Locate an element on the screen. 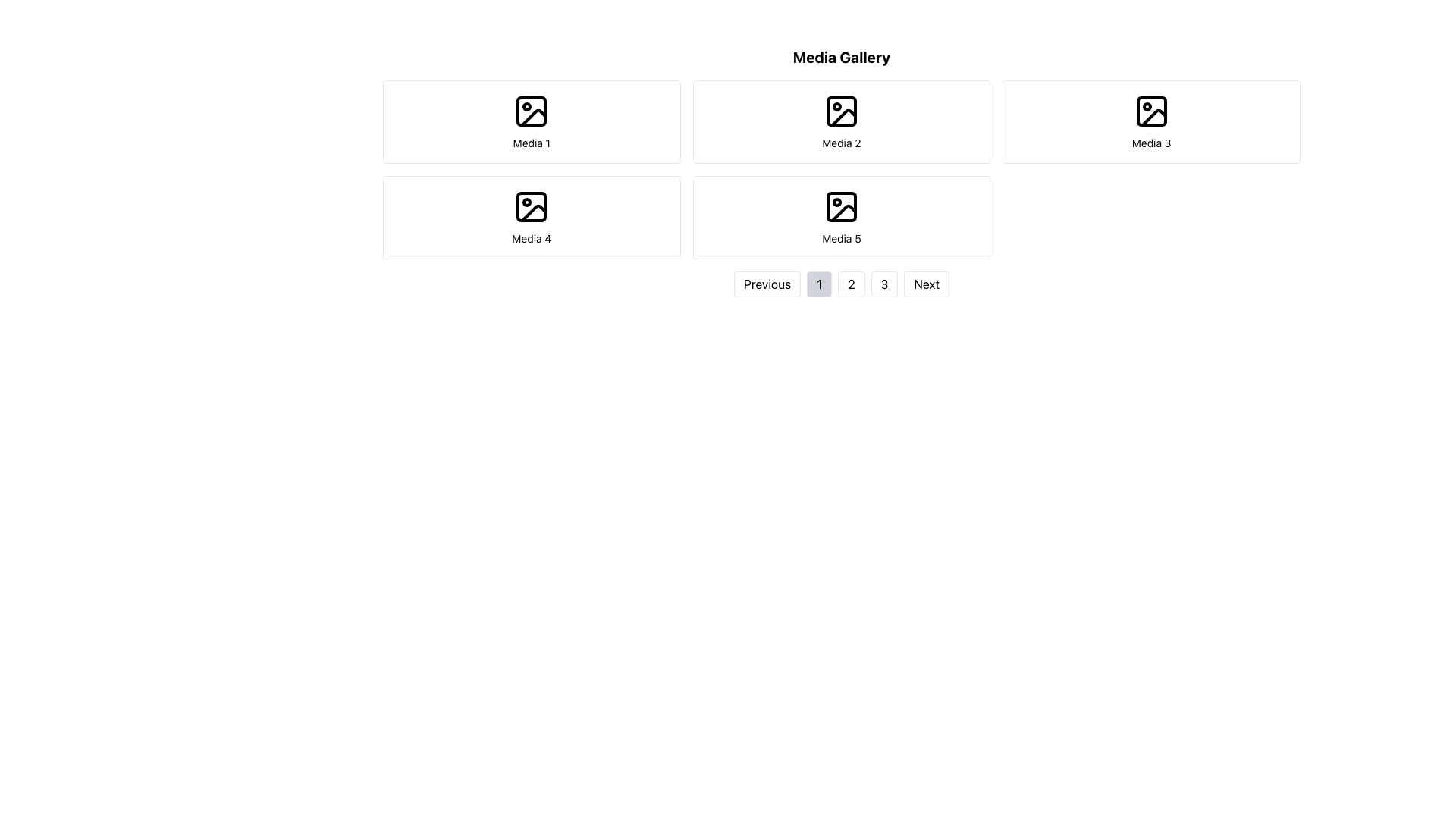  the pagination button representing page 1, located between the 'Previous' button and button '2' is located at coordinates (818, 284).